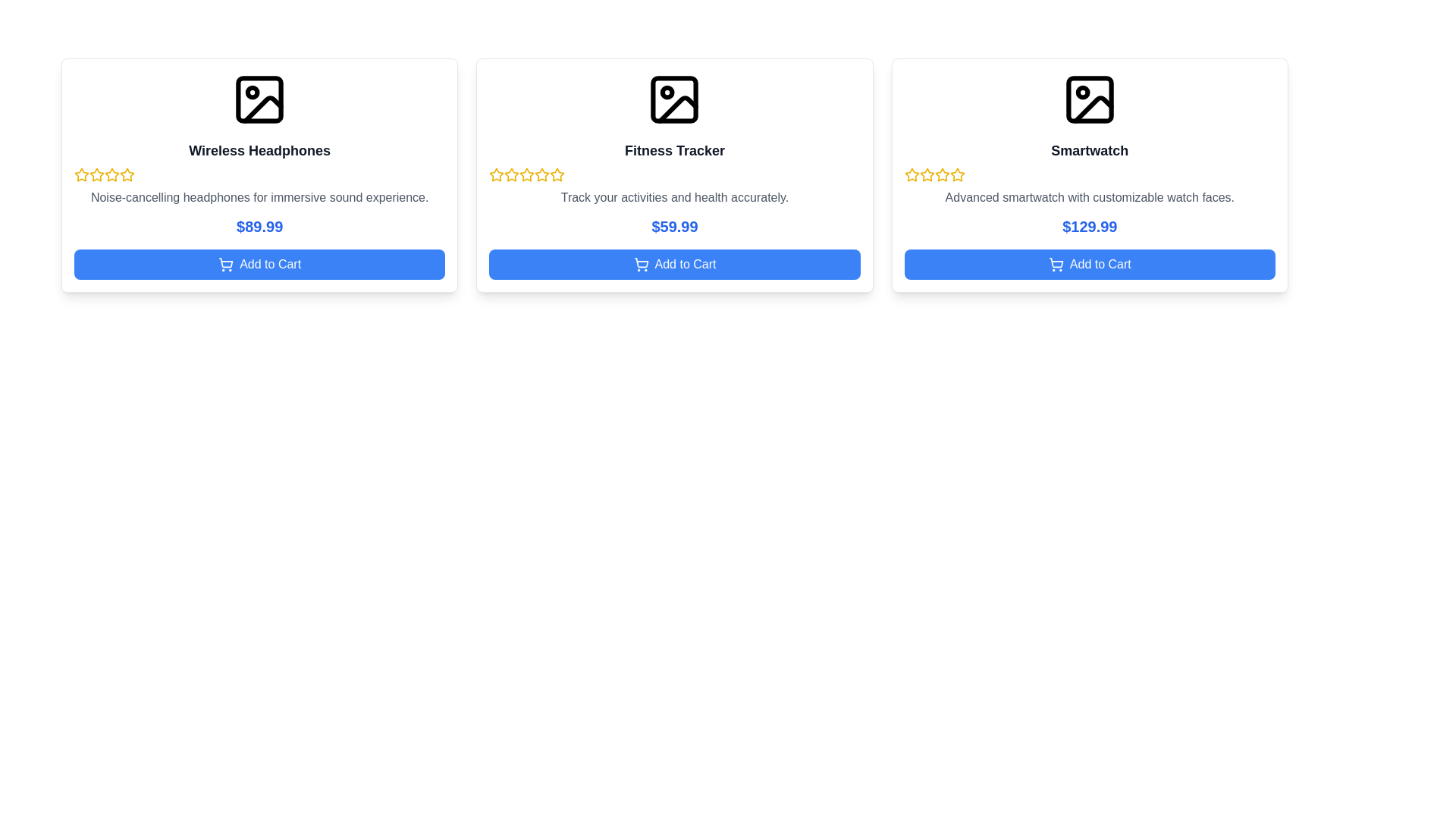 The height and width of the screenshot is (819, 1456). What do you see at coordinates (259, 99) in the screenshot?
I see `the image placeholder icon with a black outline and rounded border located at the topmost position of the 'Wireless Headphones' product card` at bounding box center [259, 99].